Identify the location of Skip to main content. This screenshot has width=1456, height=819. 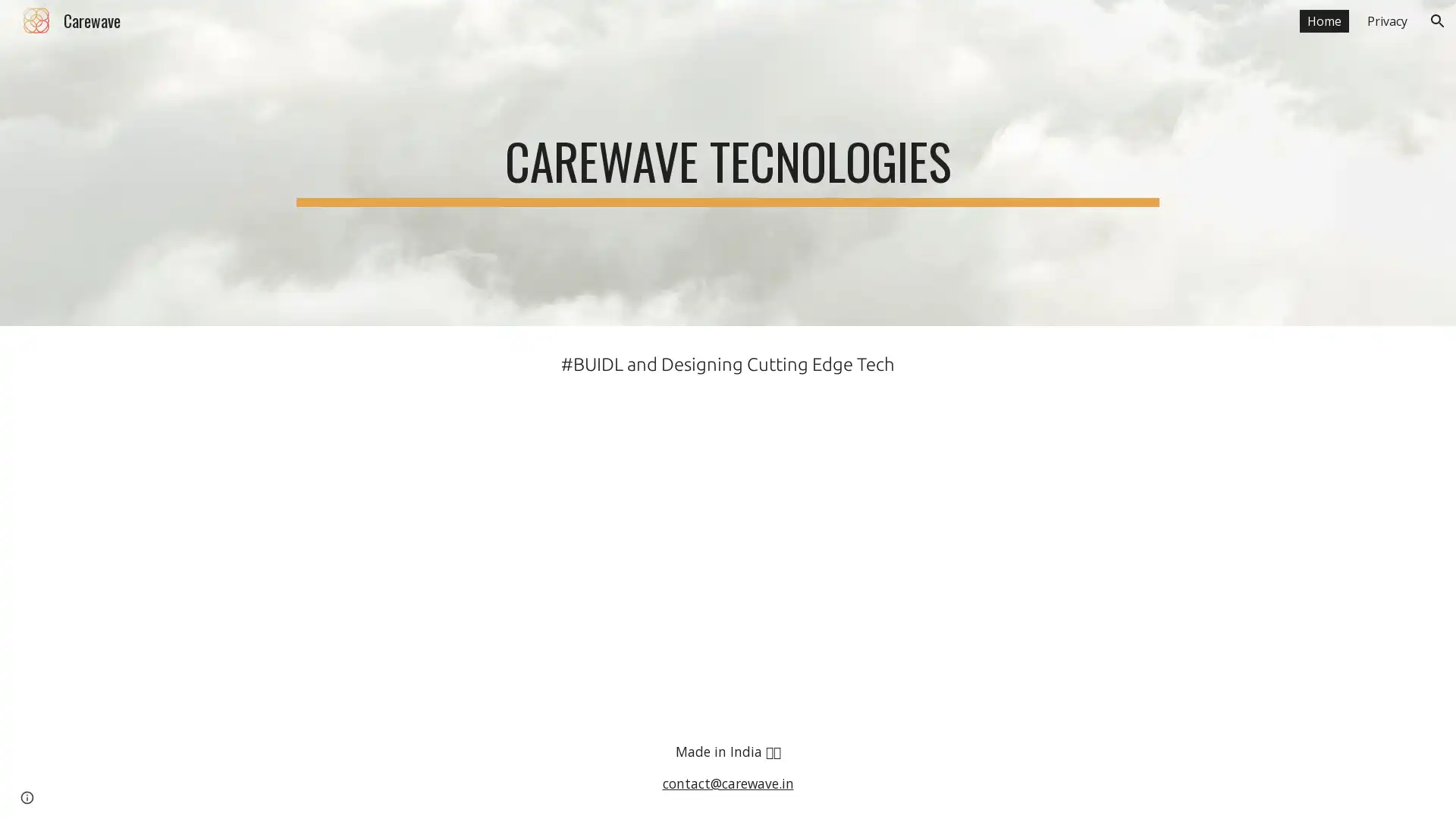
(597, 28).